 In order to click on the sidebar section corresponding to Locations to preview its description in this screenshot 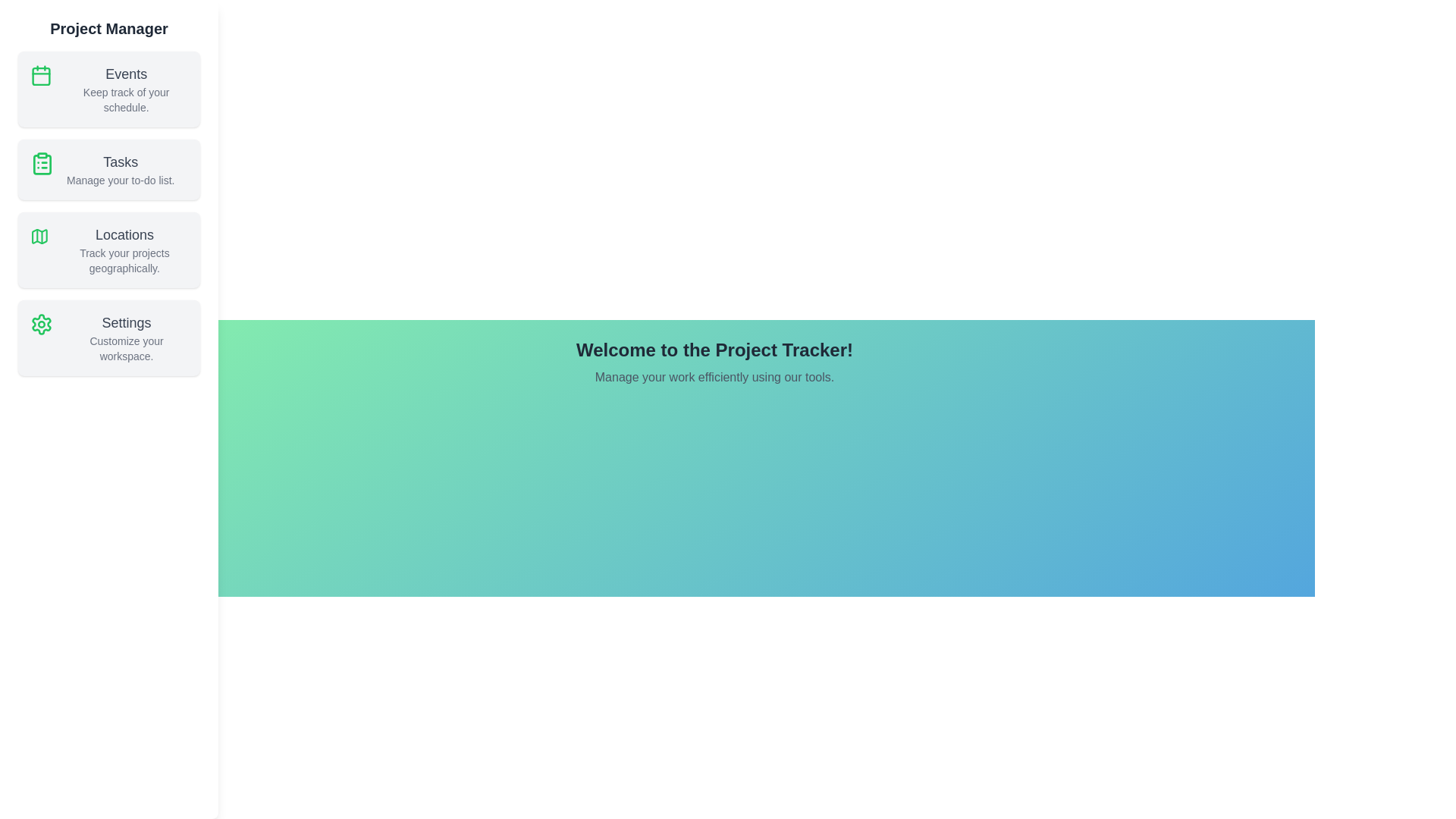, I will do `click(108, 249)`.